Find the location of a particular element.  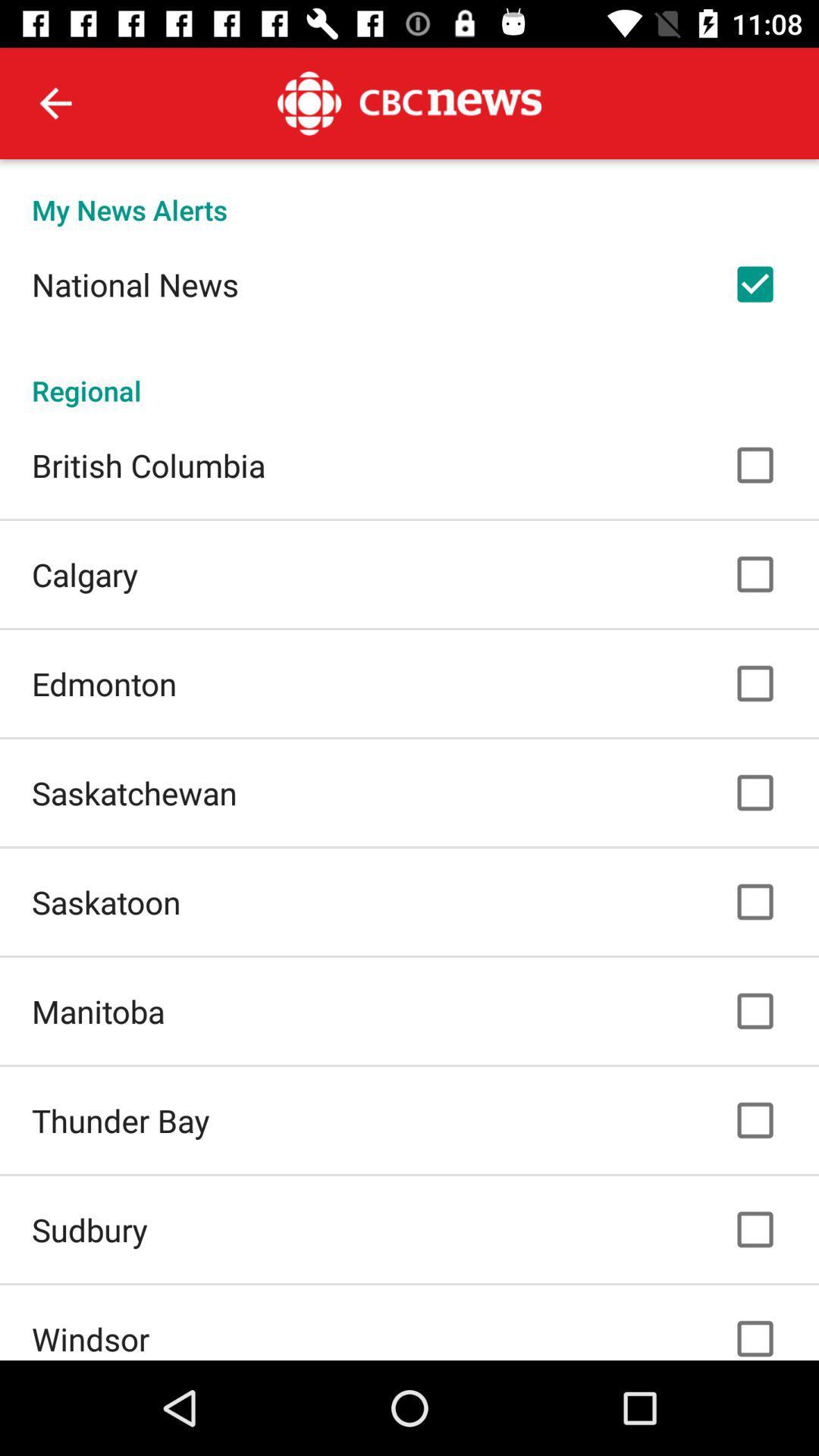

the icon above the my news alerts icon is located at coordinates (55, 102).